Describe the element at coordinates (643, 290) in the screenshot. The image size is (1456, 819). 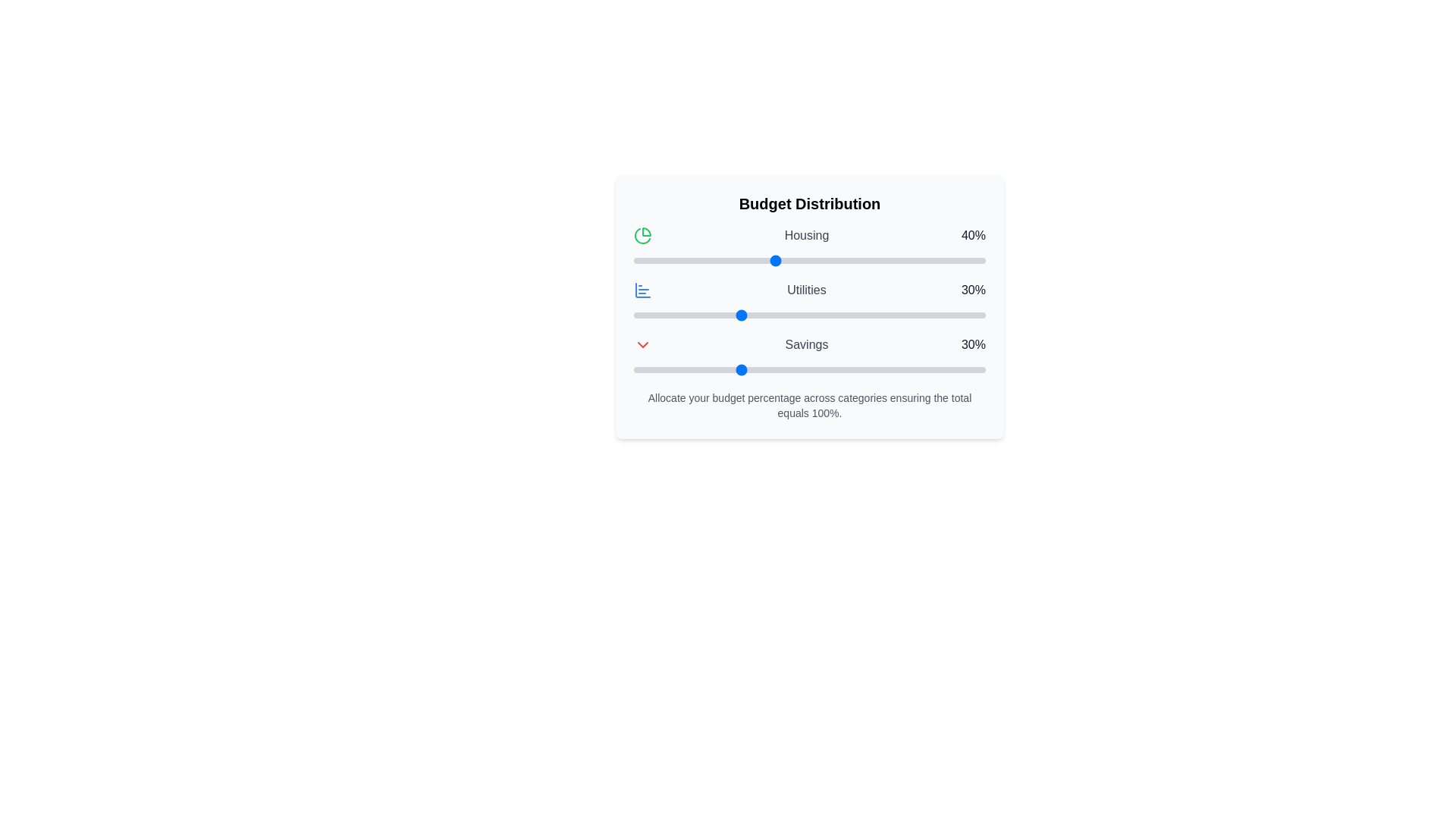
I see `the icon that visually indicates the 'Utilities' budget category, located to the left of the 'Utilities' label and above the 'Savings' section` at that location.